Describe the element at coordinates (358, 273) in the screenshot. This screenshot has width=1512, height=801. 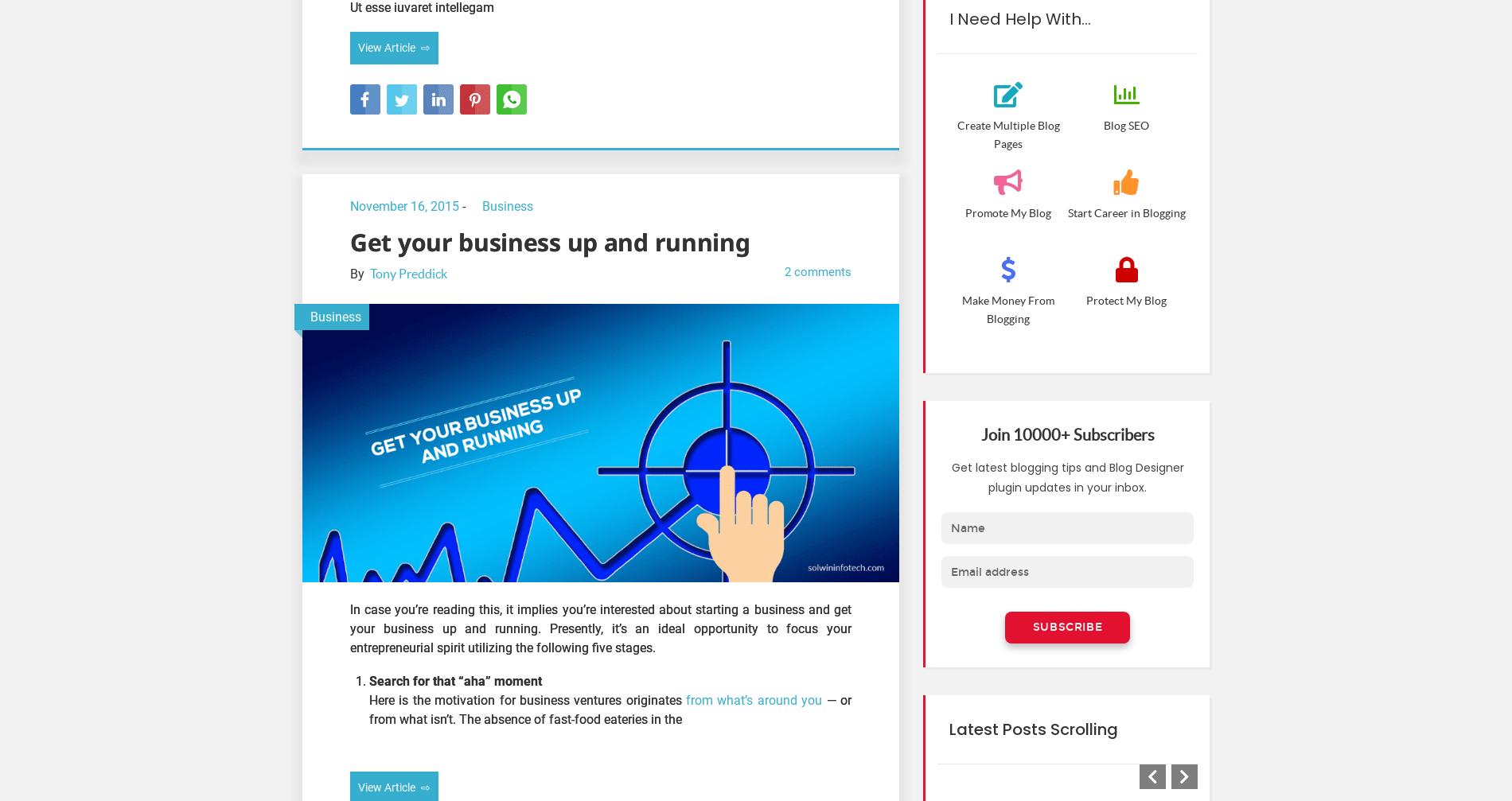
I see `'By'` at that location.